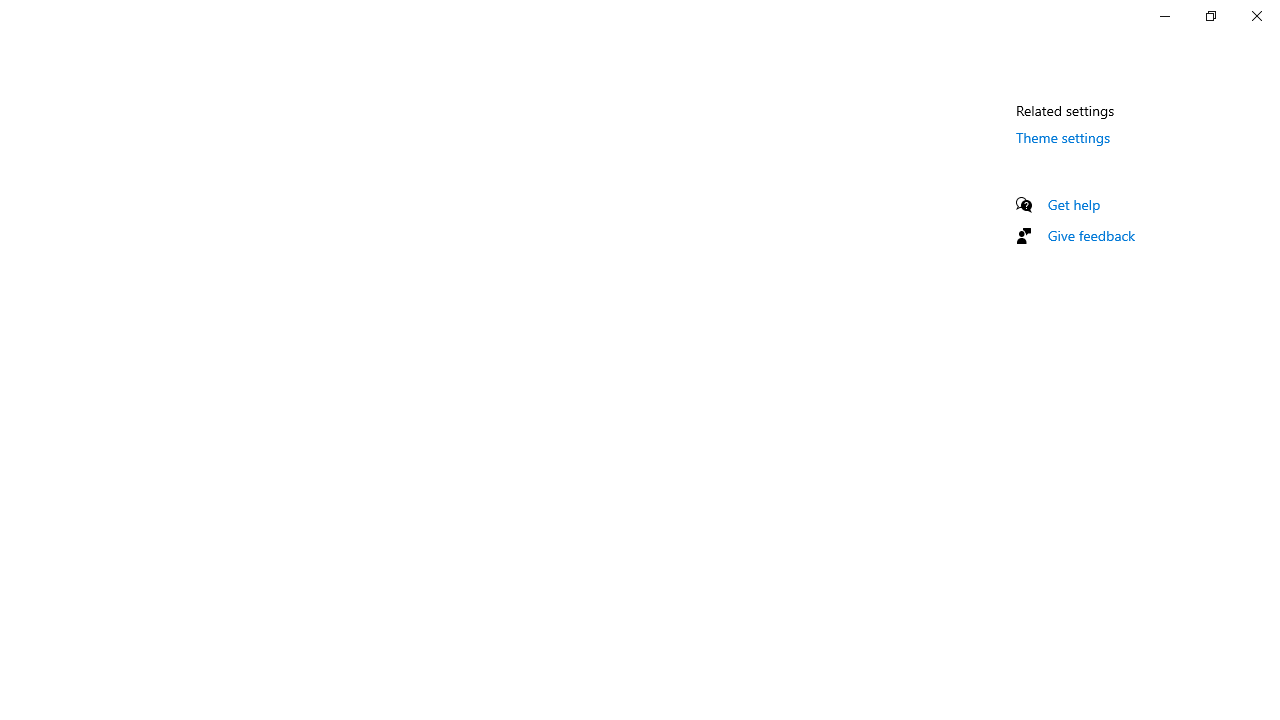 Image resolution: width=1280 pixels, height=720 pixels. Describe the element at coordinates (1255, 15) in the screenshot. I see `'Close Settings'` at that location.